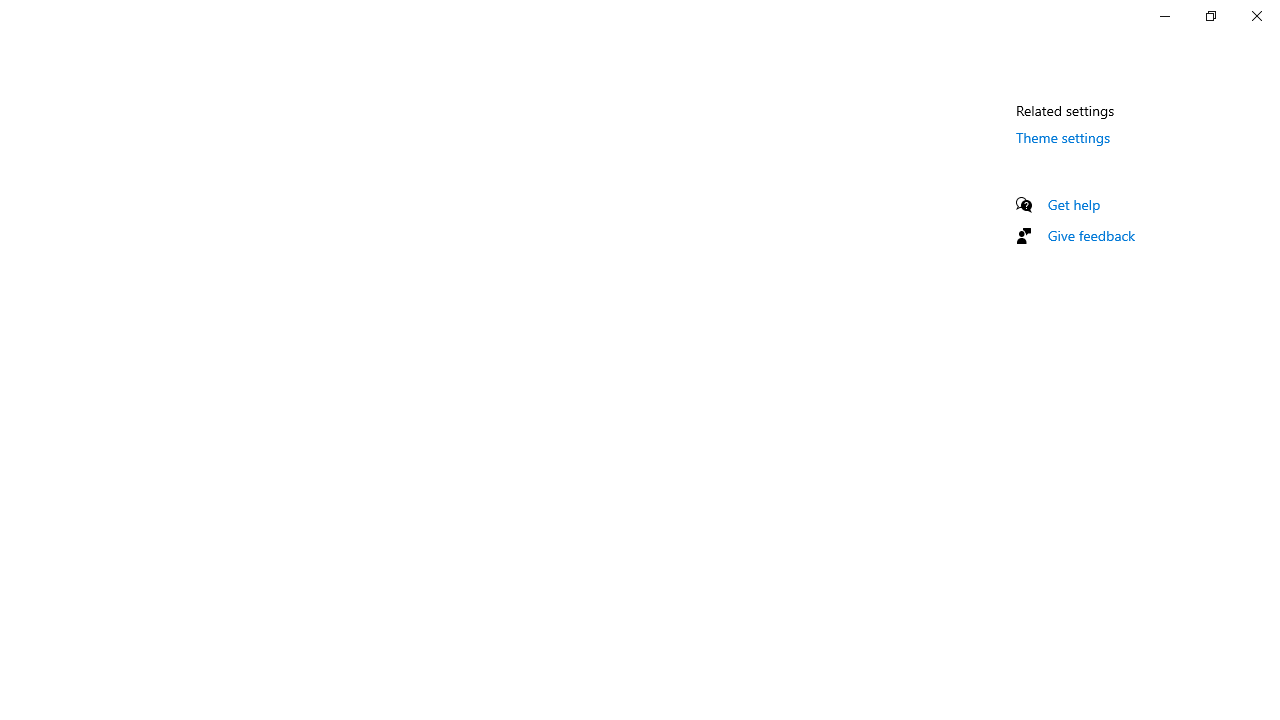 Image resolution: width=1280 pixels, height=720 pixels. Describe the element at coordinates (1255, 15) in the screenshot. I see `'Close Settings'` at that location.